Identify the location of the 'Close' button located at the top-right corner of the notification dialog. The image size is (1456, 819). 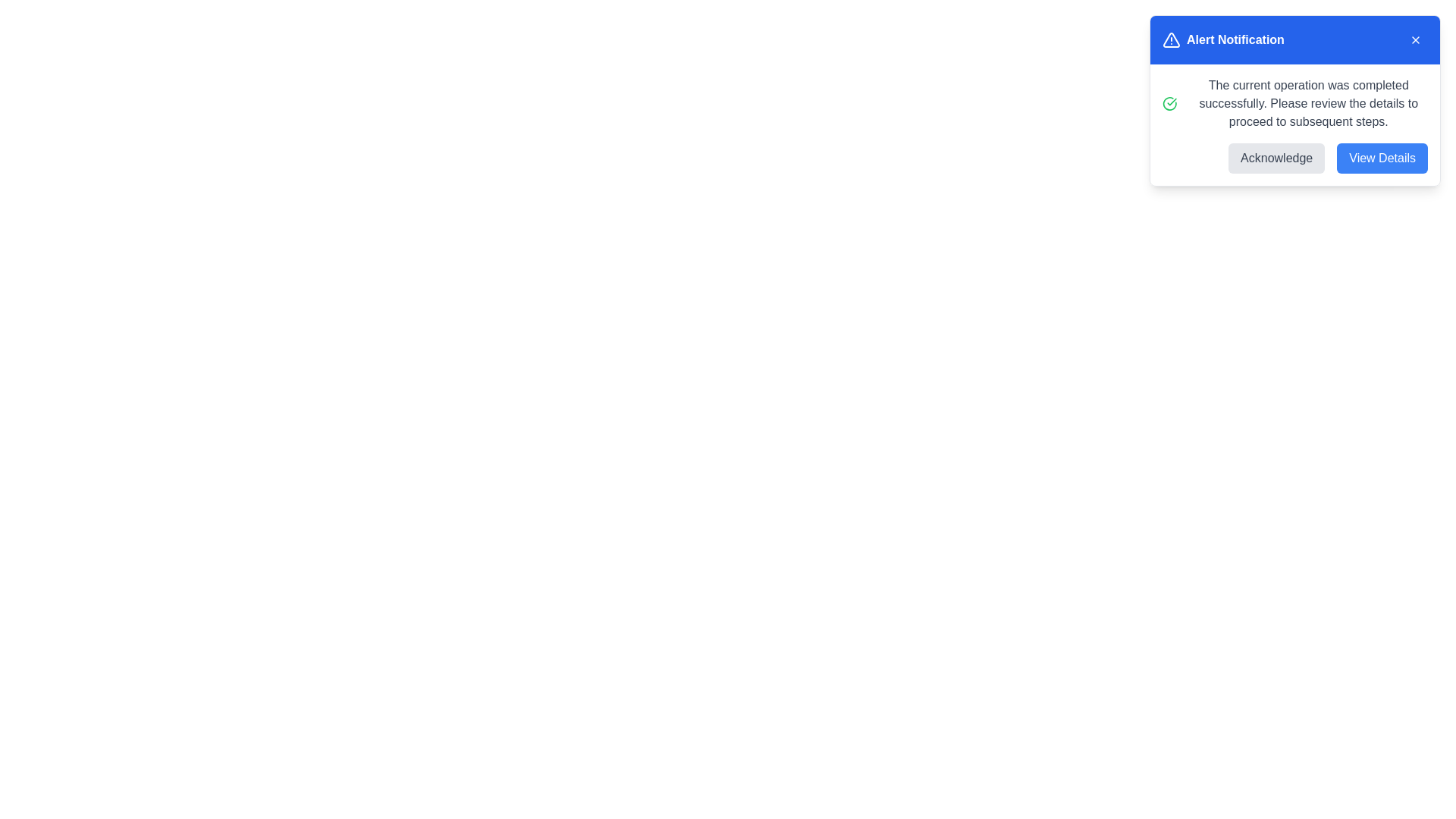
(1415, 39).